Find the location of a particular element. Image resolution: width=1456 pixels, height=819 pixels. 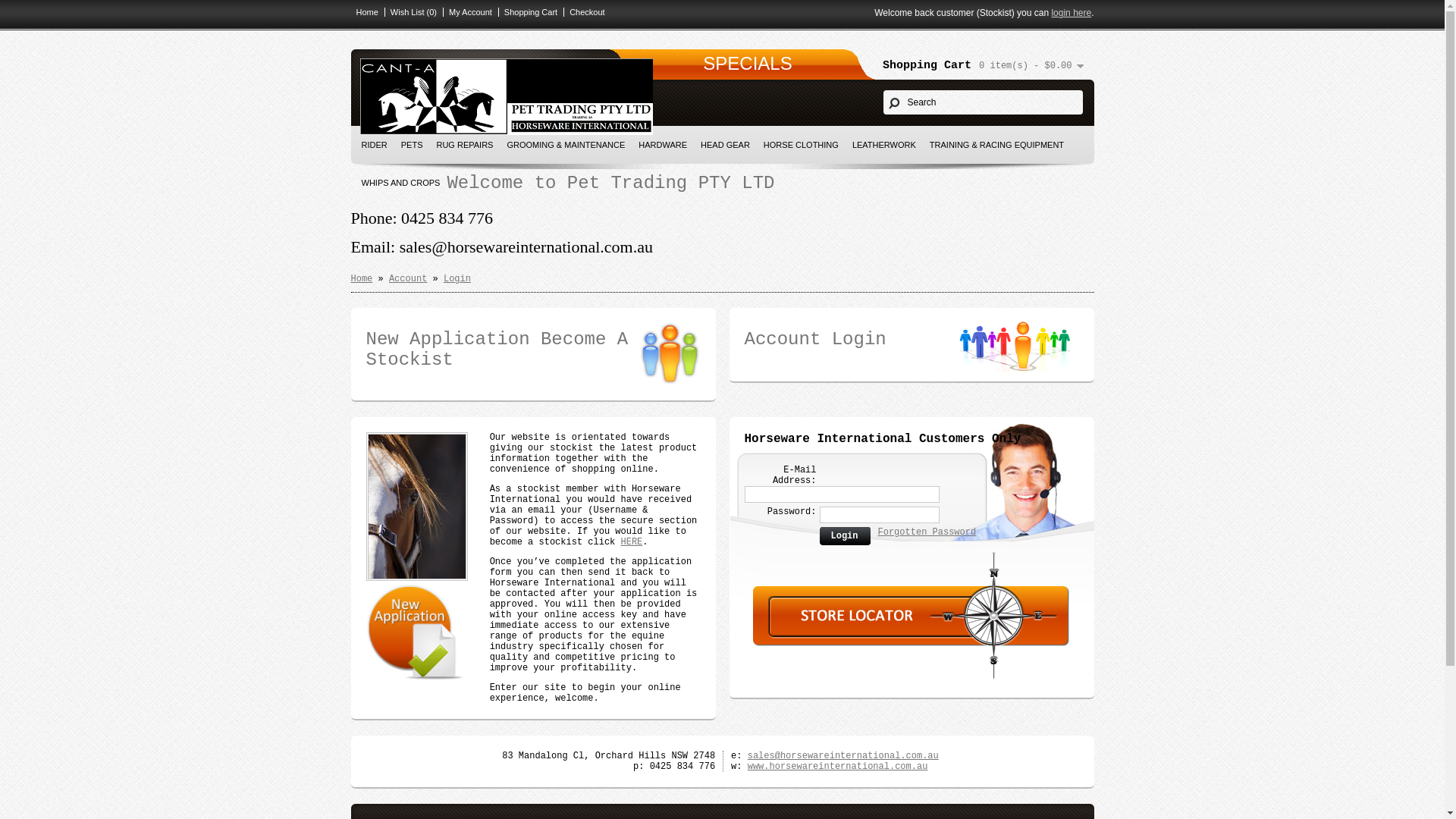

'Wish List (0)' is located at coordinates (410, 11).